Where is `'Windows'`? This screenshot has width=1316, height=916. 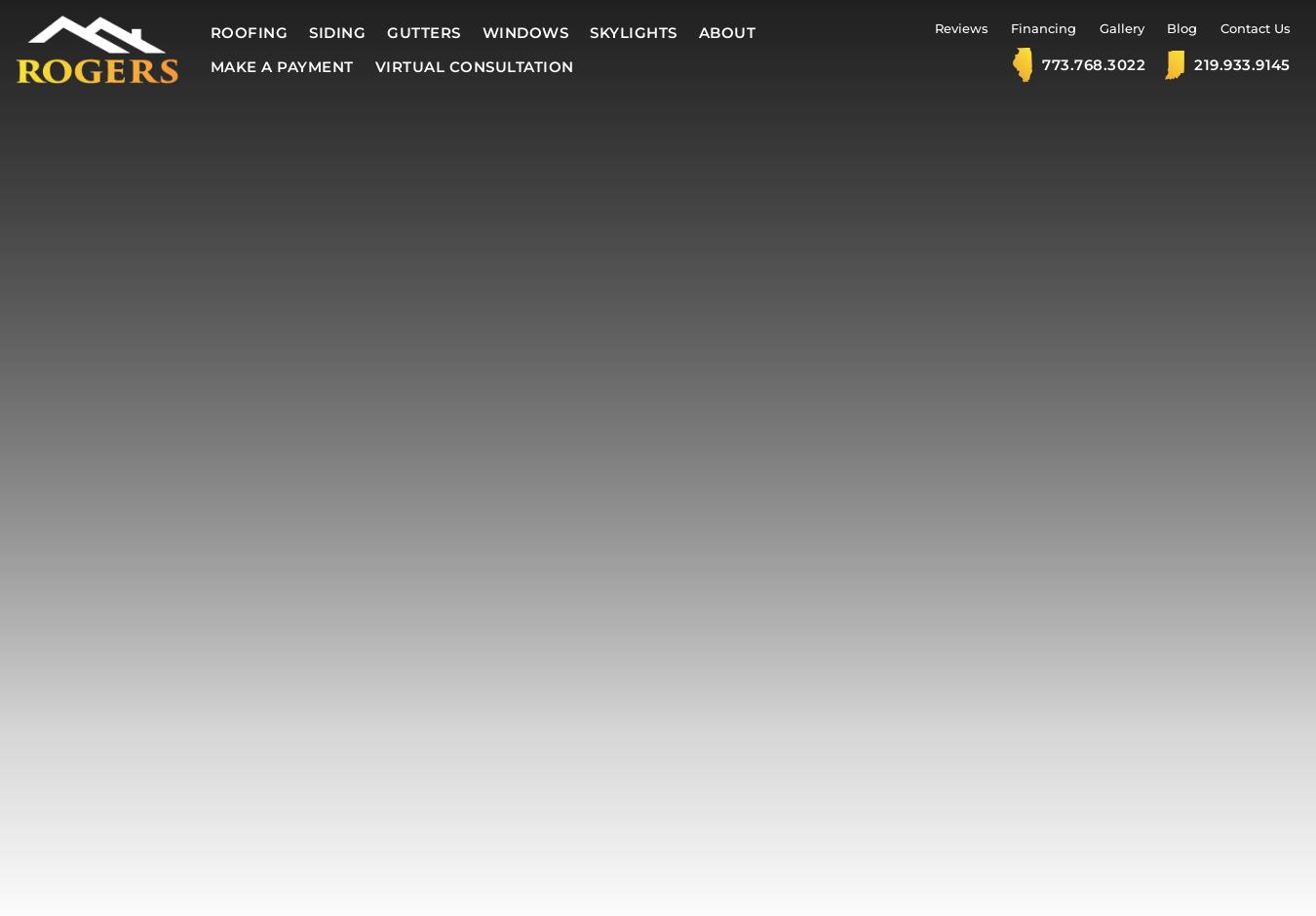
'Windows' is located at coordinates (523, 32).